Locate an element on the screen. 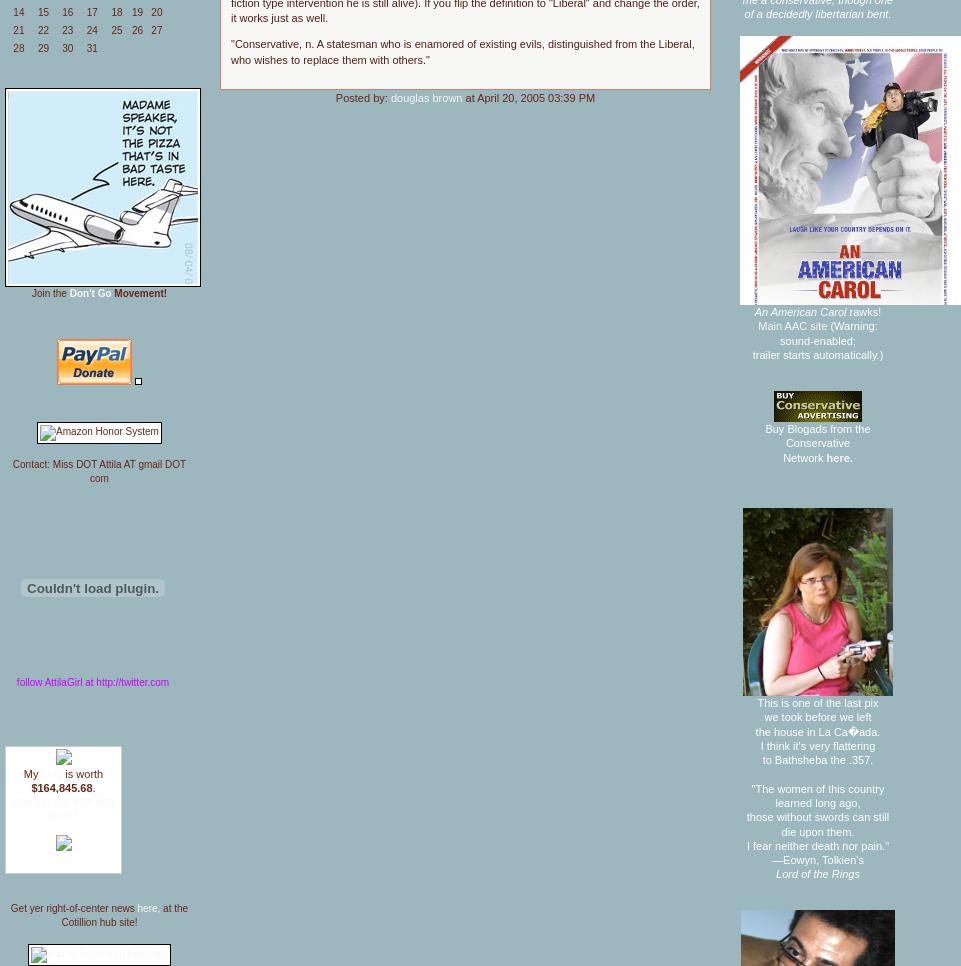 The image size is (961, 966). 'at April 20, 2005 03:39 PM' is located at coordinates (528, 96).